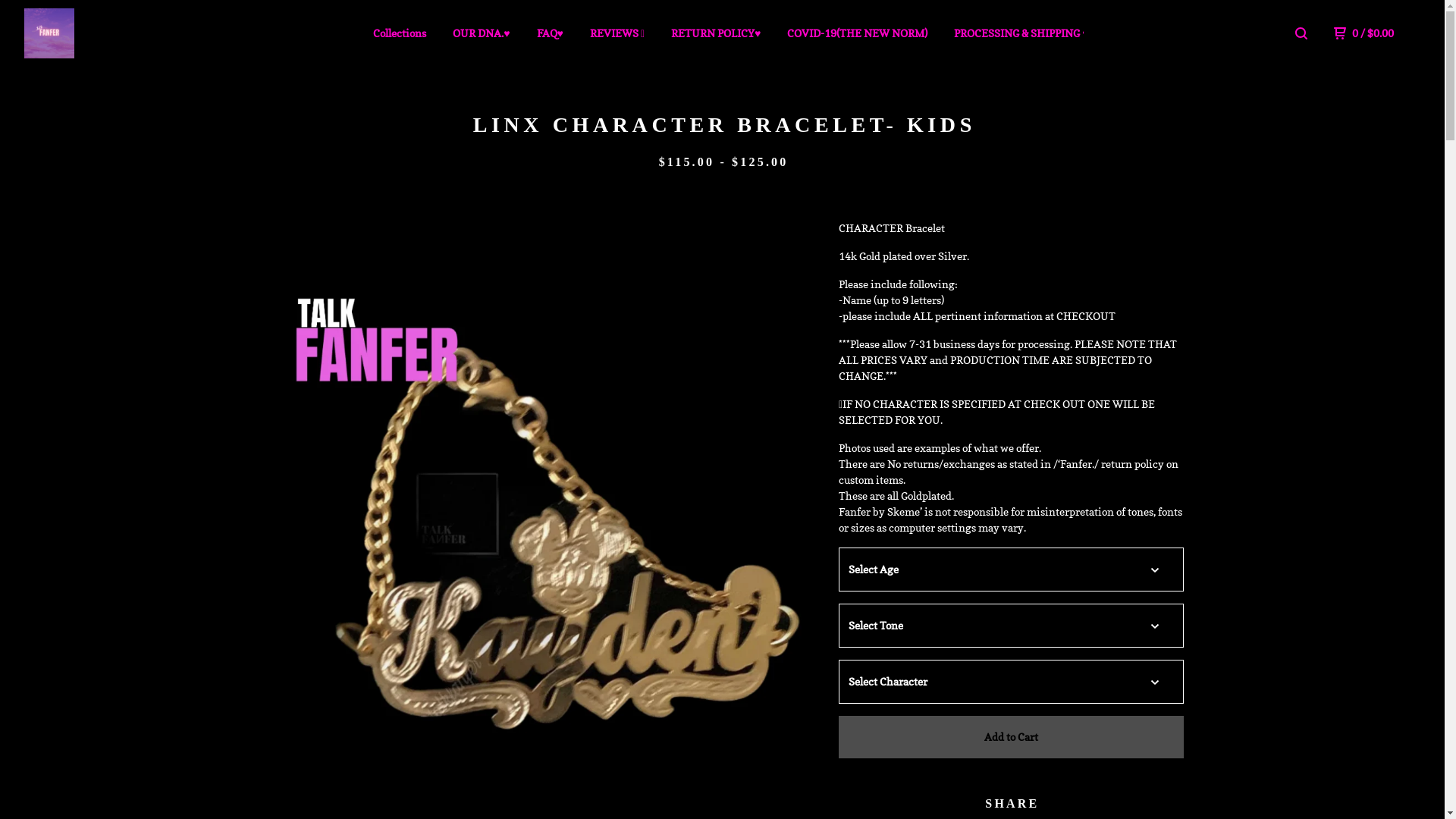 Image resolution: width=1456 pixels, height=819 pixels. Describe the element at coordinates (400, 33) in the screenshot. I see `'Collections'` at that location.